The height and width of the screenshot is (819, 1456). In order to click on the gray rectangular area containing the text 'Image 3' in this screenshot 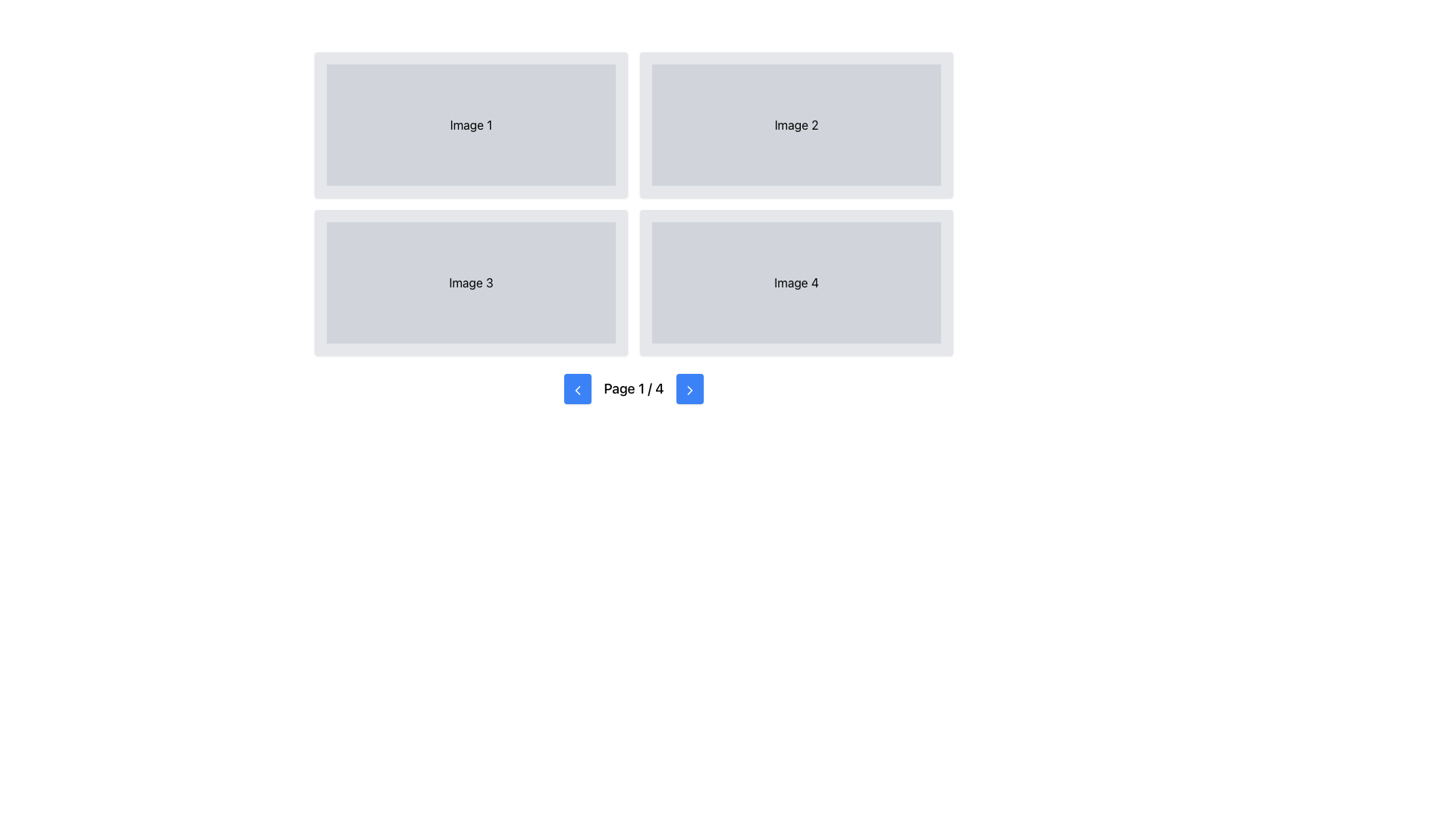, I will do `click(470, 283)`.